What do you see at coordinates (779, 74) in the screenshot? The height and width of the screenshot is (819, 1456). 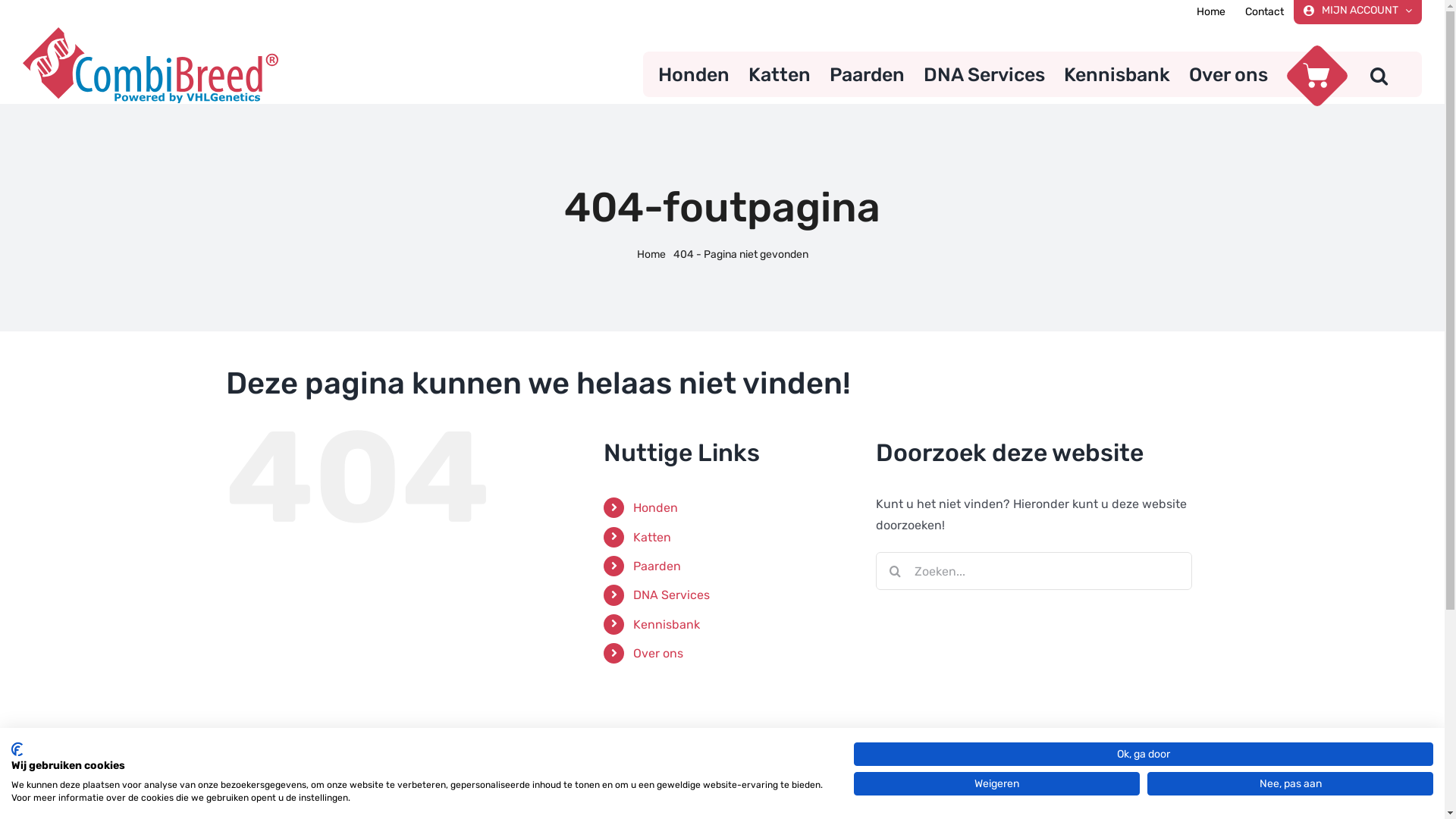 I see `'Katten'` at bounding box center [779, 74].